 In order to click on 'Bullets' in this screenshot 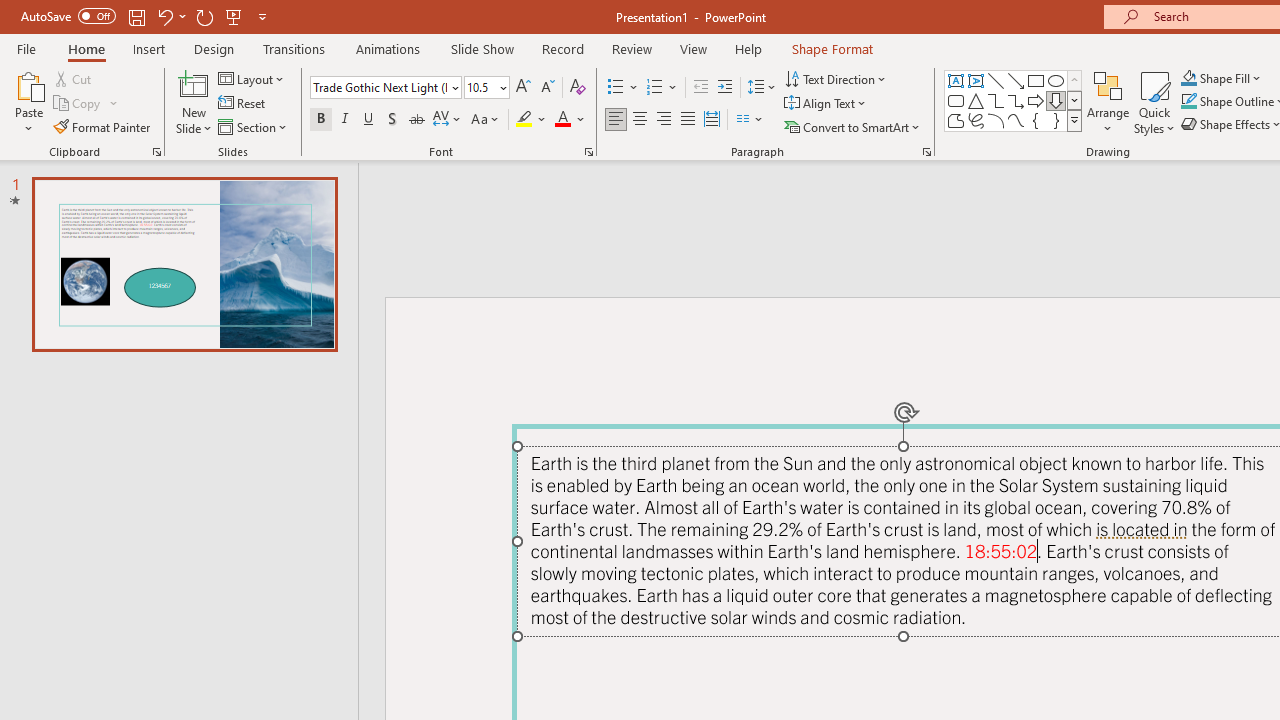, I will do `click(615, 86)`.